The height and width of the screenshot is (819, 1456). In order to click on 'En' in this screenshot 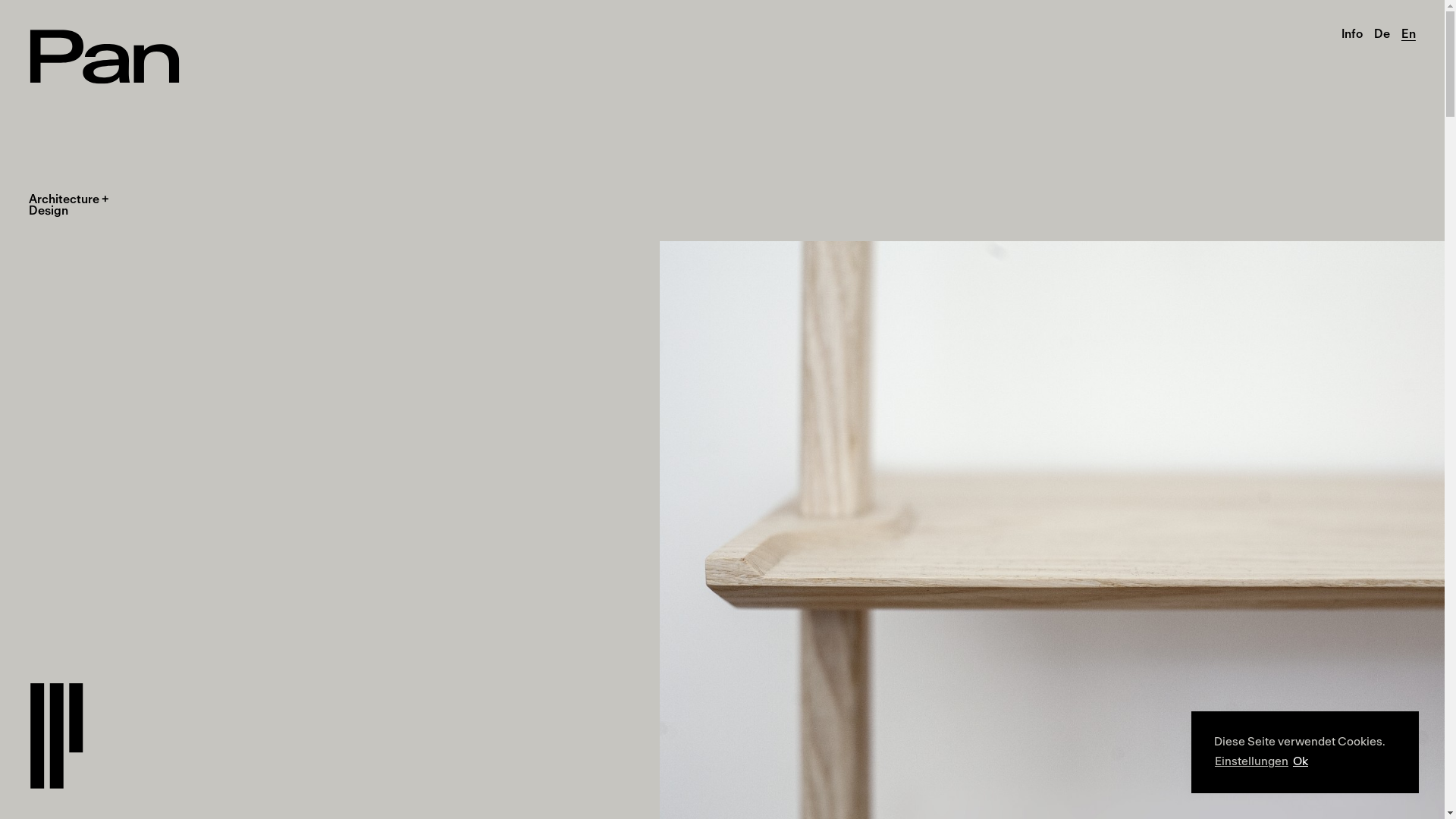, I will do `click(1407, 34)`.